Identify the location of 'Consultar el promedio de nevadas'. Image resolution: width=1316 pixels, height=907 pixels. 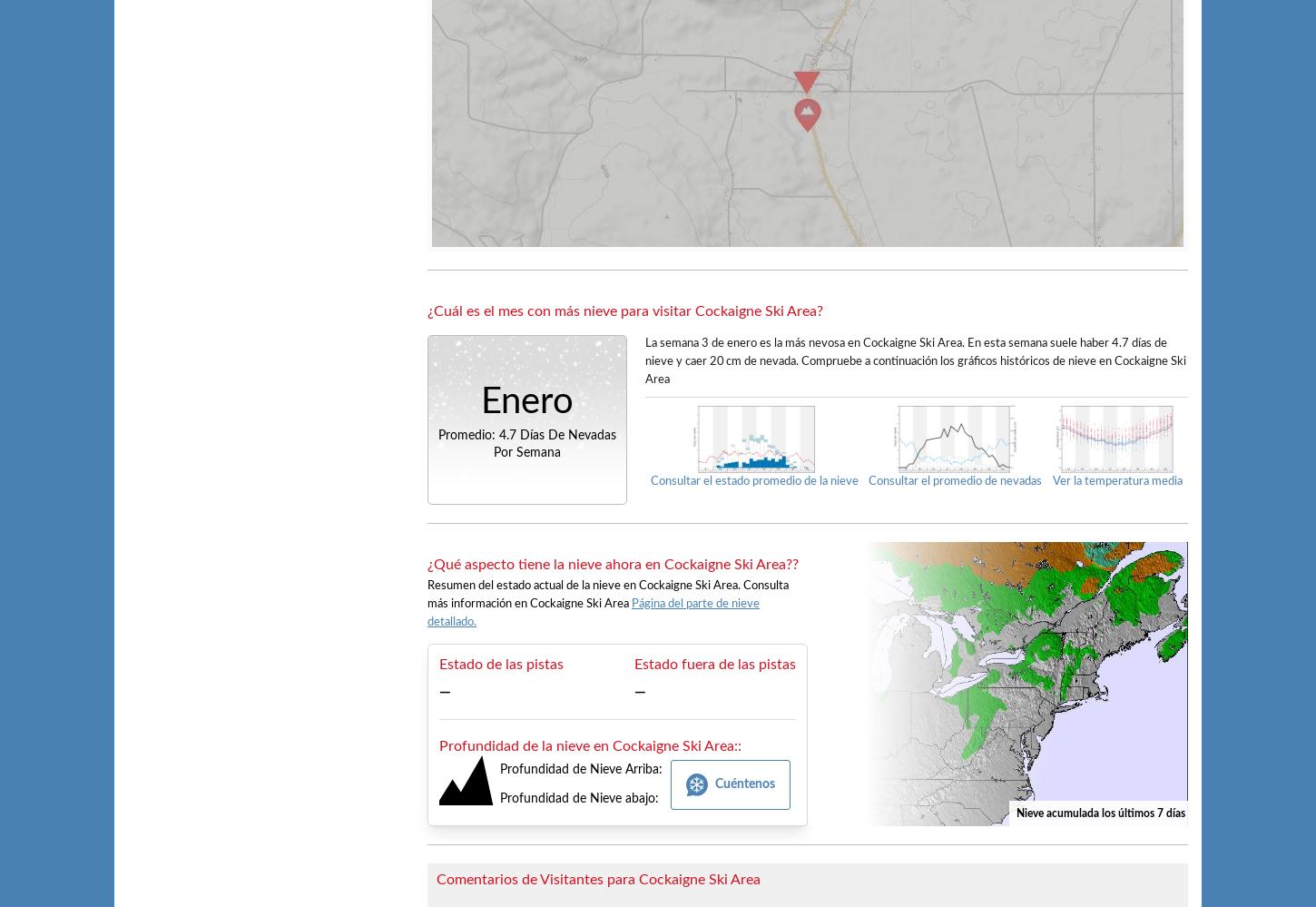
(868, 479).